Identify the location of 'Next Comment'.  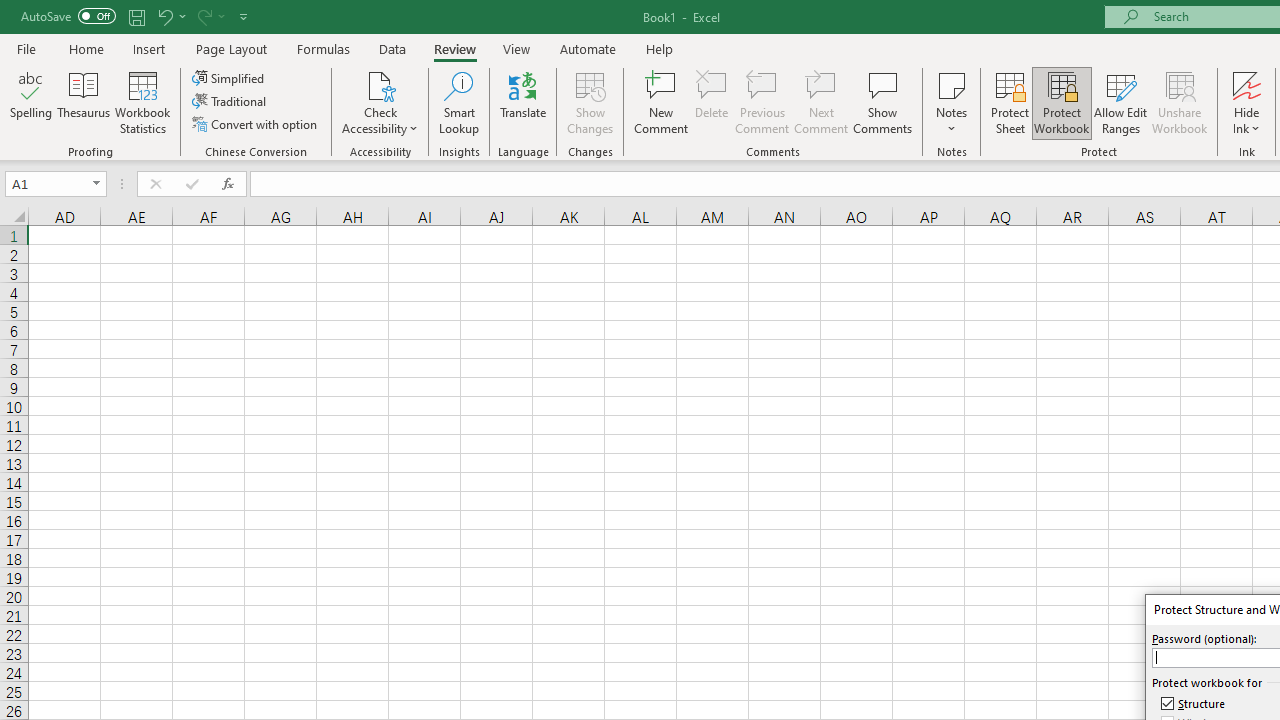
(821, 103).